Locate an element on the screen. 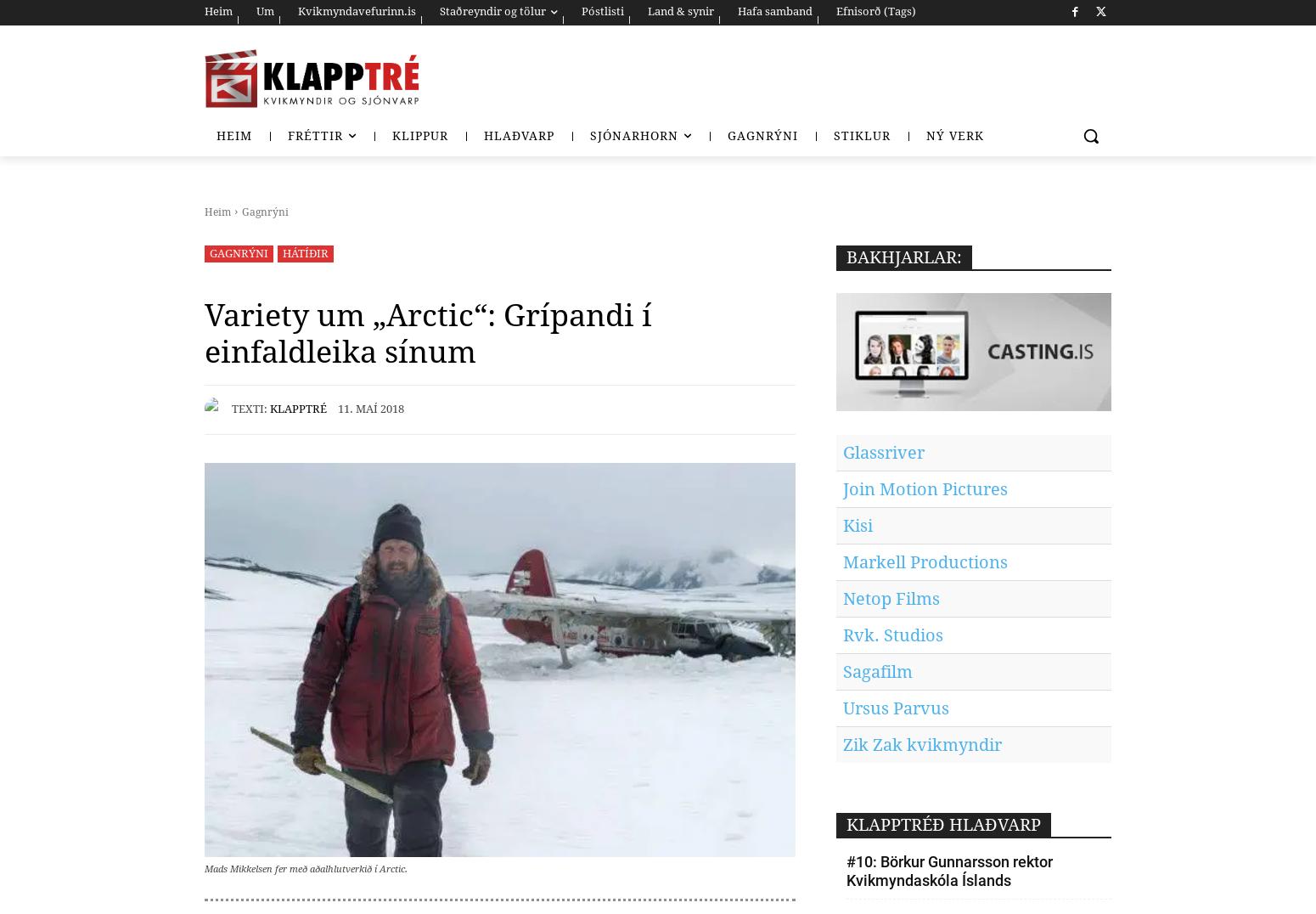 The image size is (1316, 914). 'Sjónarhorn' is located at coordinates (589, 136).